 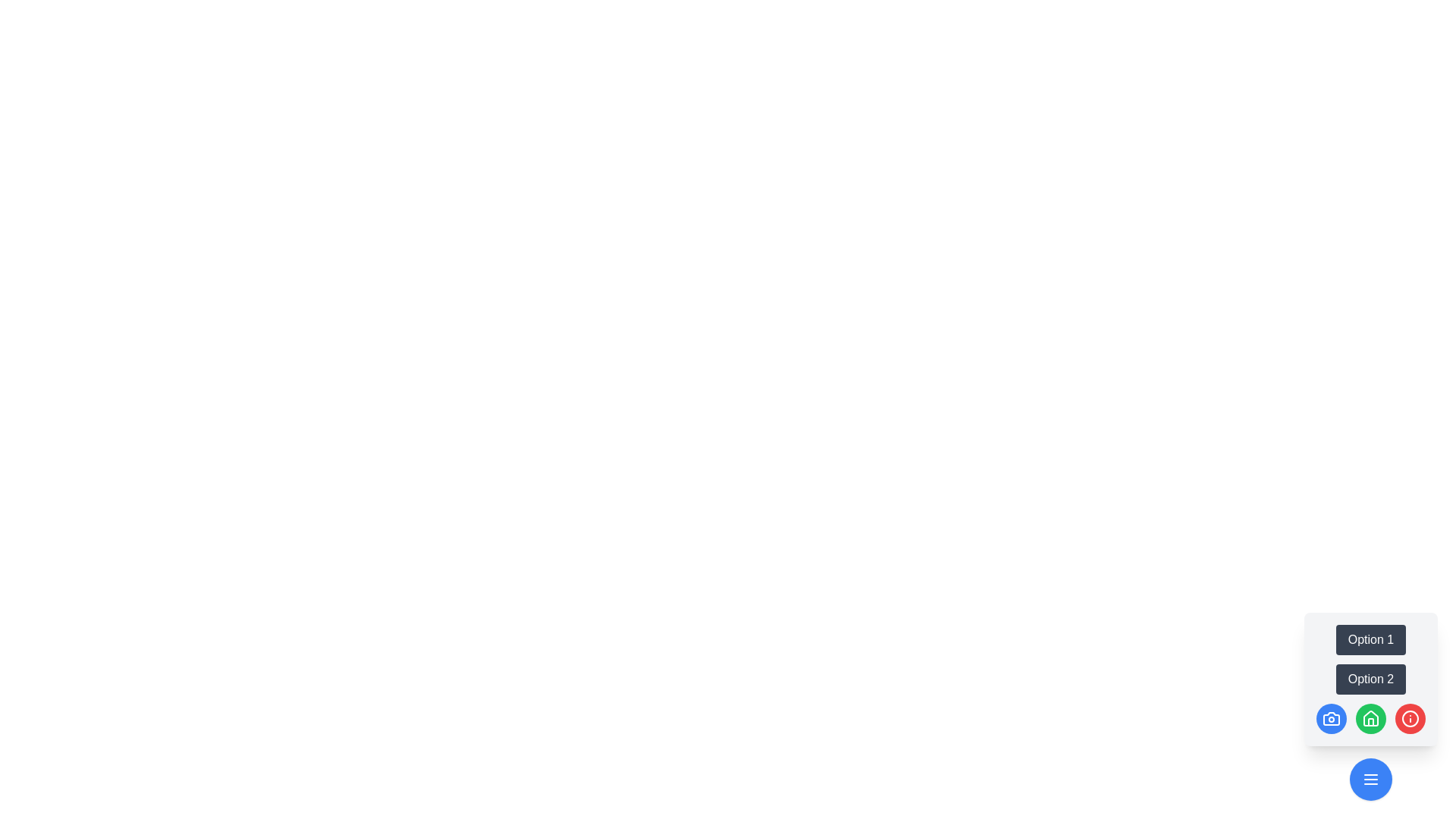 What do you see at coordinates (1371, 780) in the screenshot?
I see `the circular blue button located at the bottom-right corner of the interface` at bounding box center [1371, 780].